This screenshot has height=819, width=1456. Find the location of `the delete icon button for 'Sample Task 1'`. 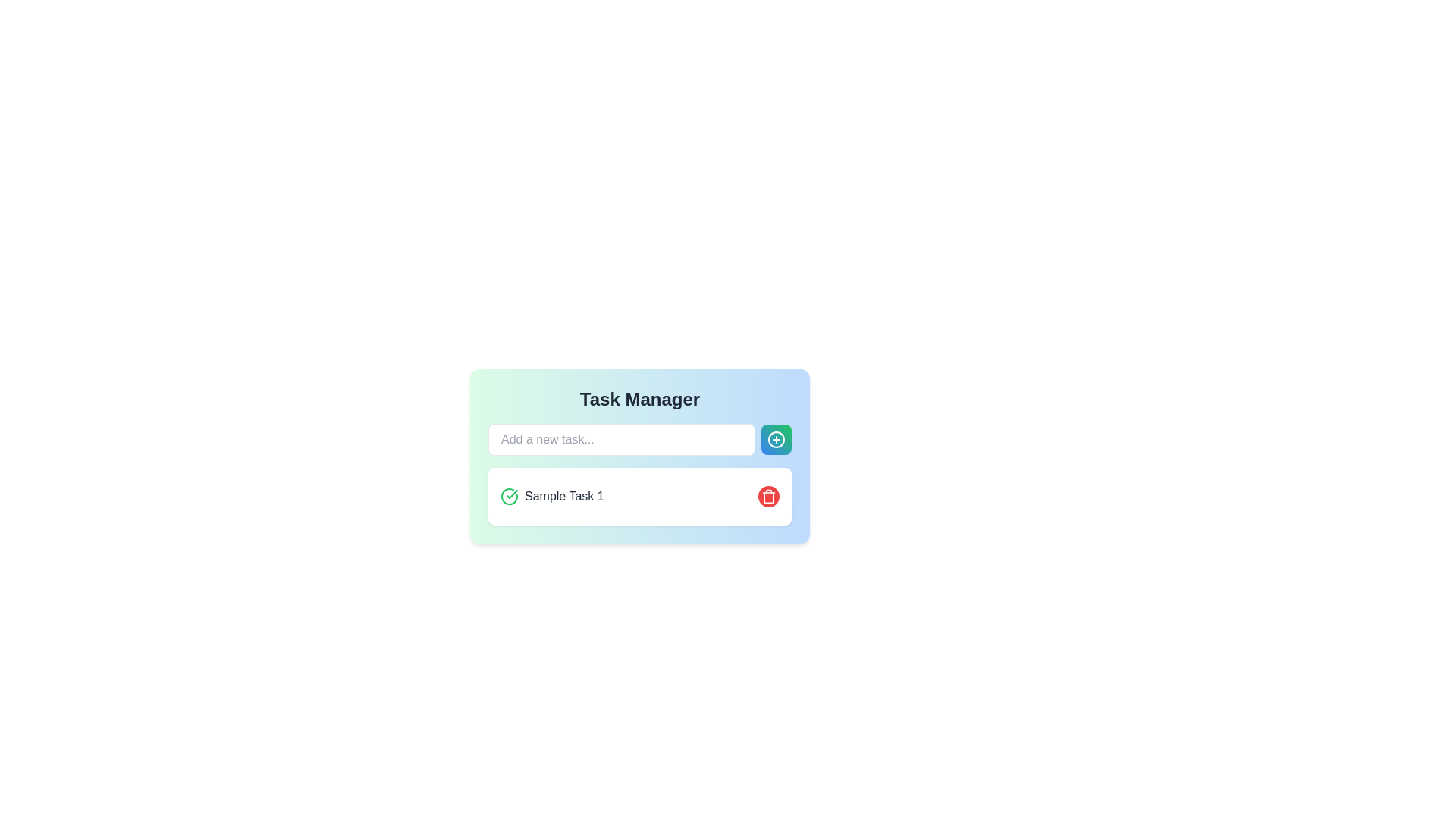

the delete icon button for 'Sample Task 1' is located at coordinates (768, 497).